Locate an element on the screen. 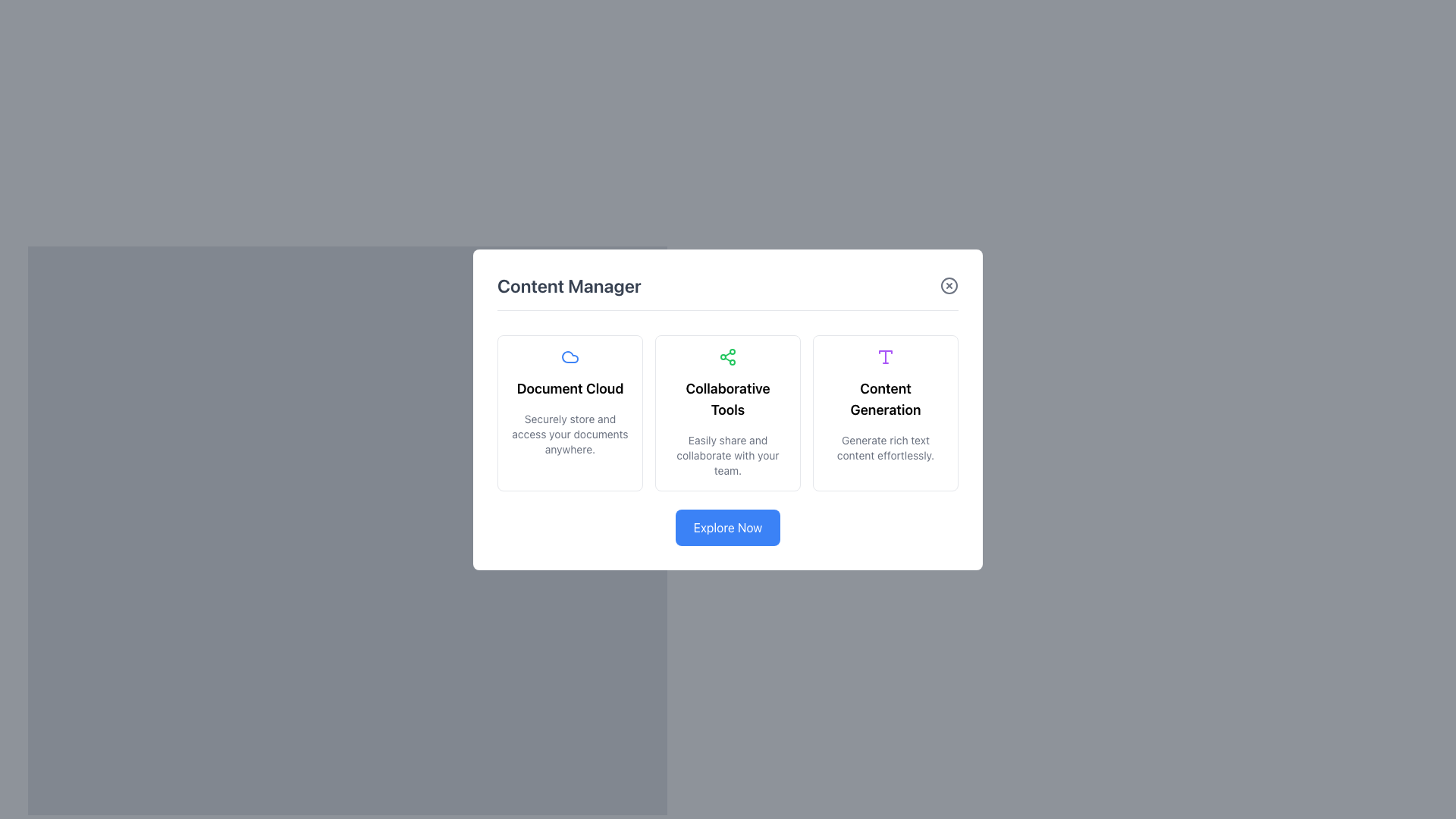  the share icon located above the 'Collaborative Tools' text and below the 'Content Manager' heading in the second column of a three-column layout is located at coordinates (728, 356).